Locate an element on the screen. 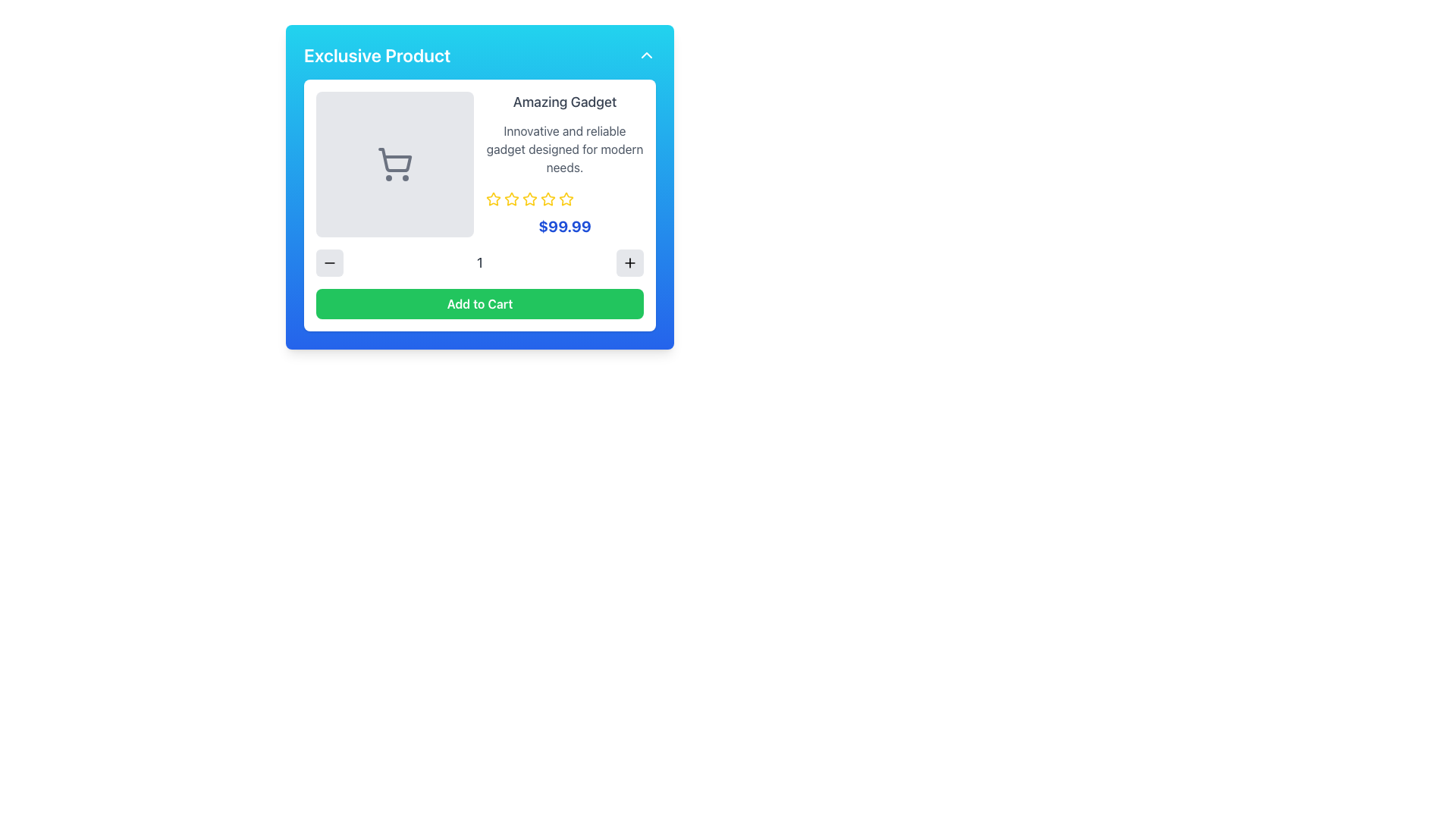 This screenshot has height=819, width=1456. the third star icon in the rating system to rate it is located at coordinates (512, 198).